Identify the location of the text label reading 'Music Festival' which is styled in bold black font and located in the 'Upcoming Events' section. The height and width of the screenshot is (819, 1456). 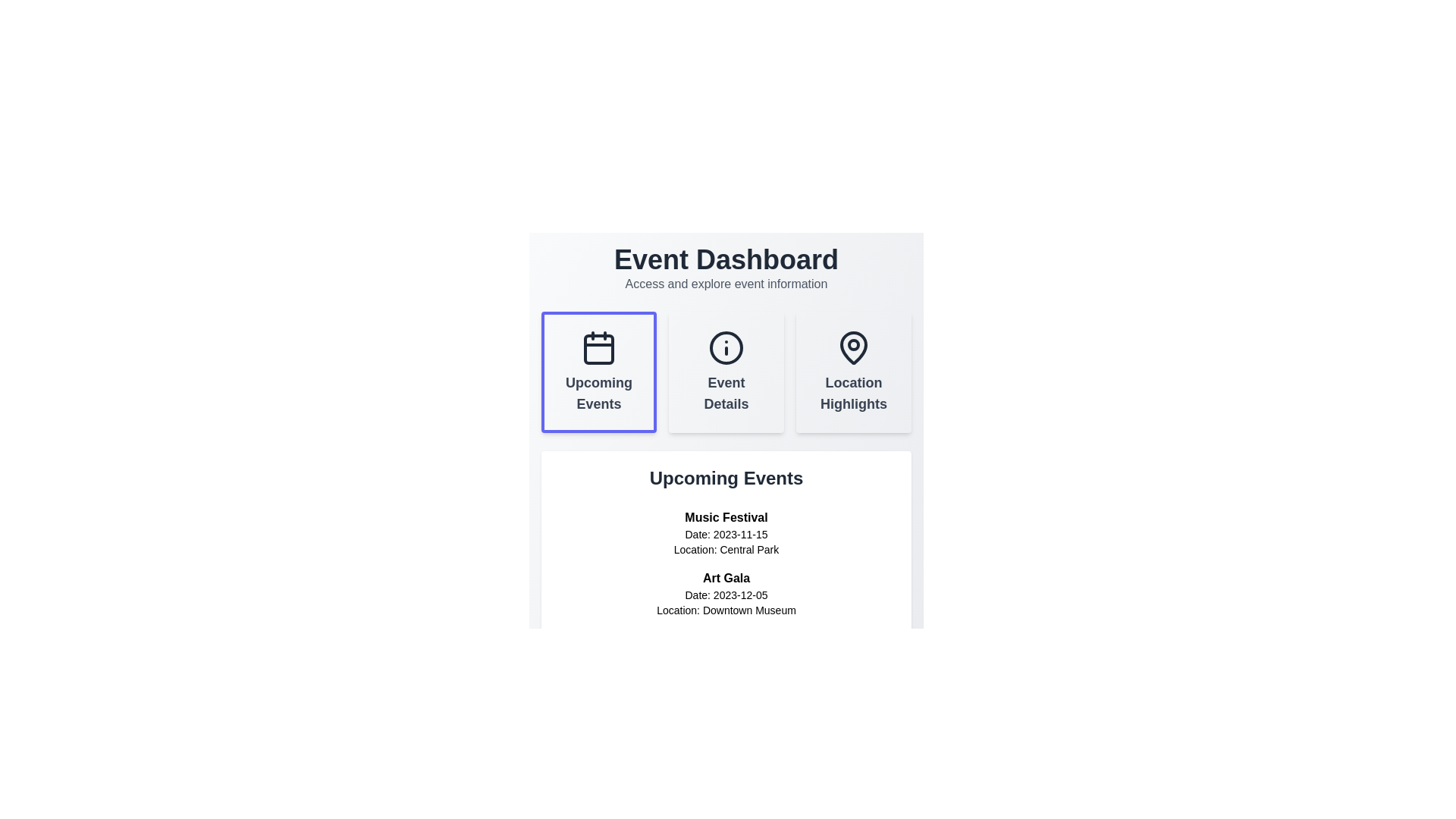
(726, 516).